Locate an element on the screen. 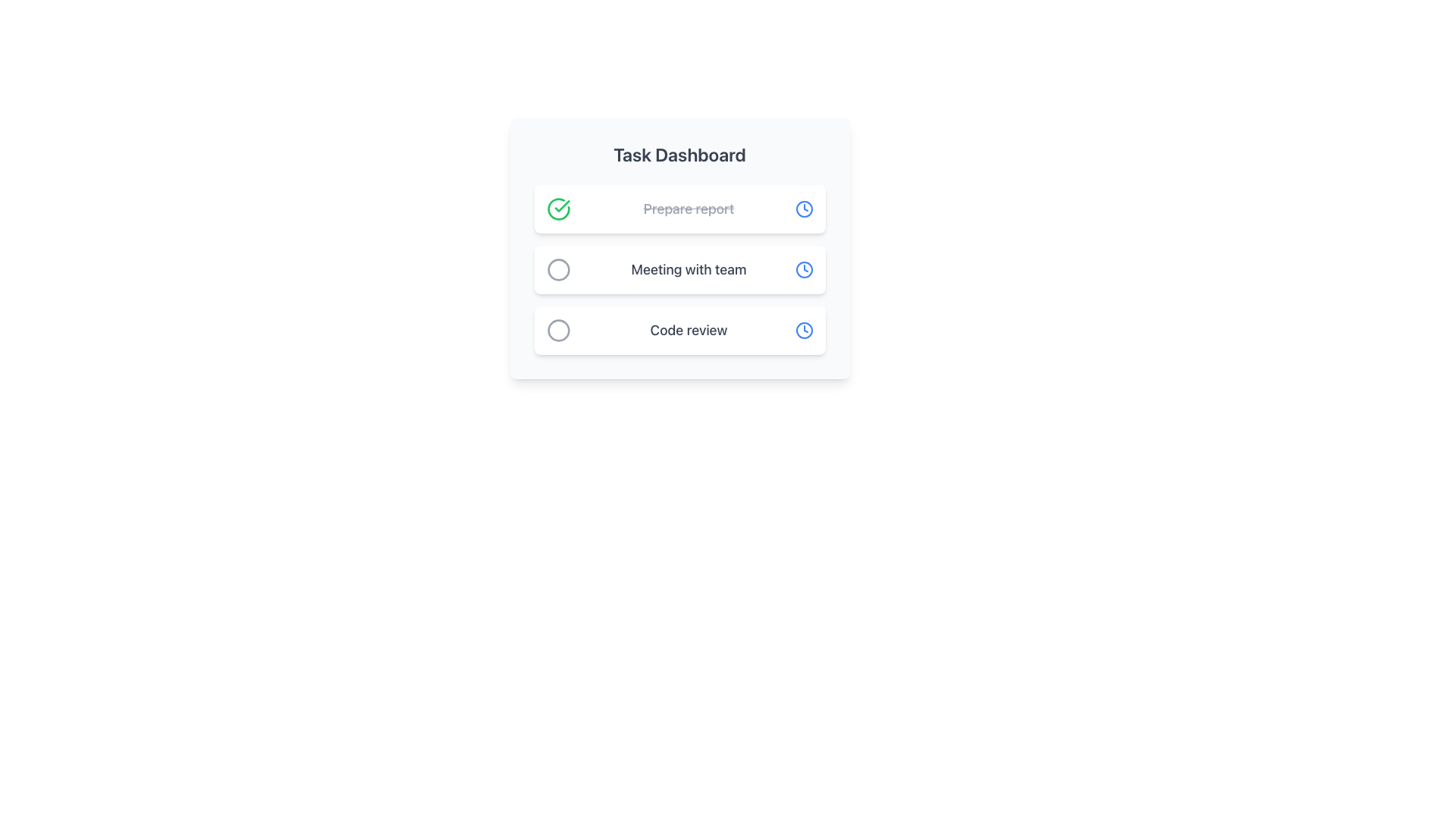 The height and width of the screenshot is (819, 1456). the text label reading 'Code review', which is styled with a medium font size and gray color, located on the right side of a circular checkbox in a vertically aligned task list is located at coordinates (688, 329).